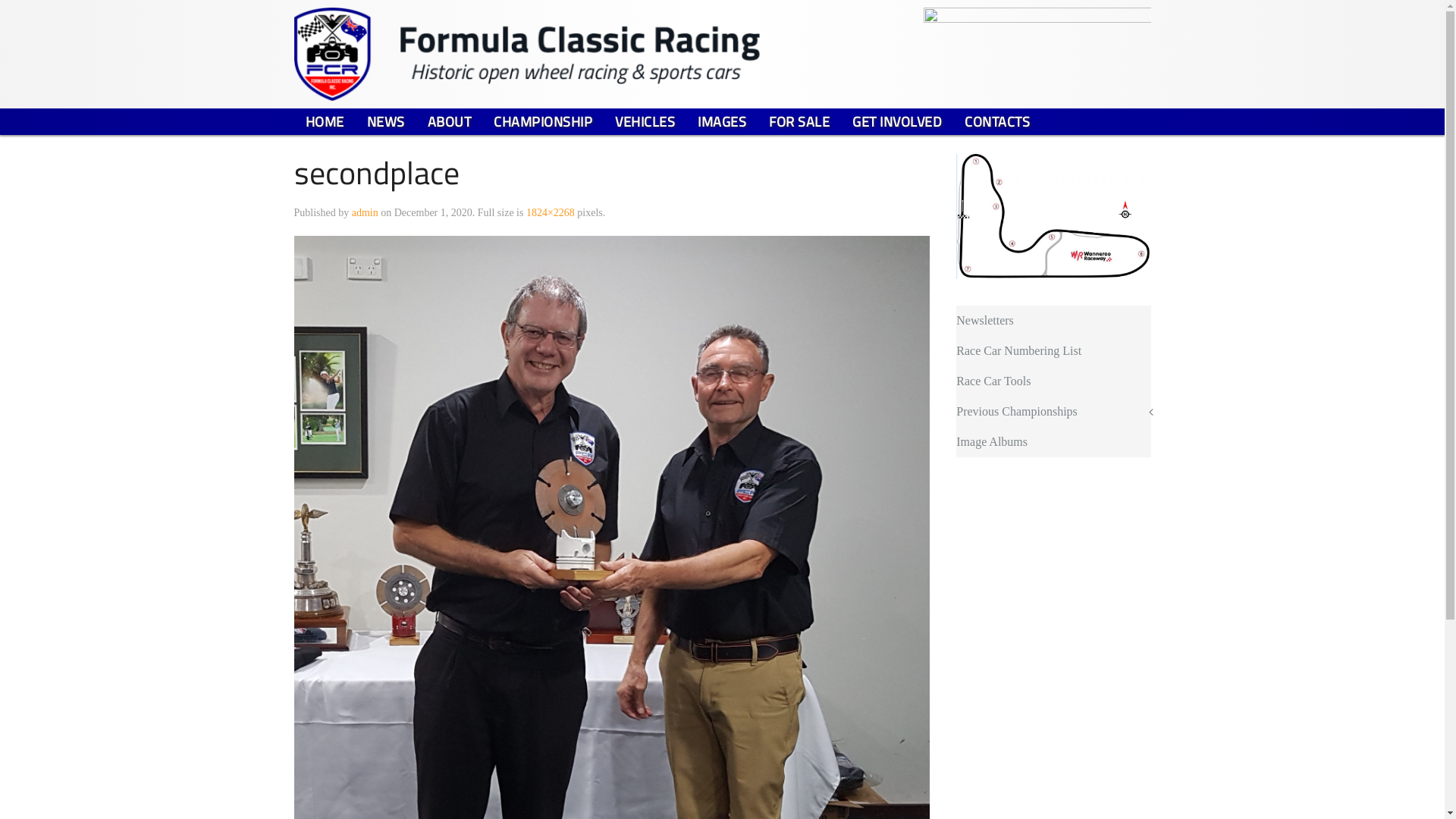 The image size is (1456, 819). I want to click on 'Image Albums', so click(1052, 441).